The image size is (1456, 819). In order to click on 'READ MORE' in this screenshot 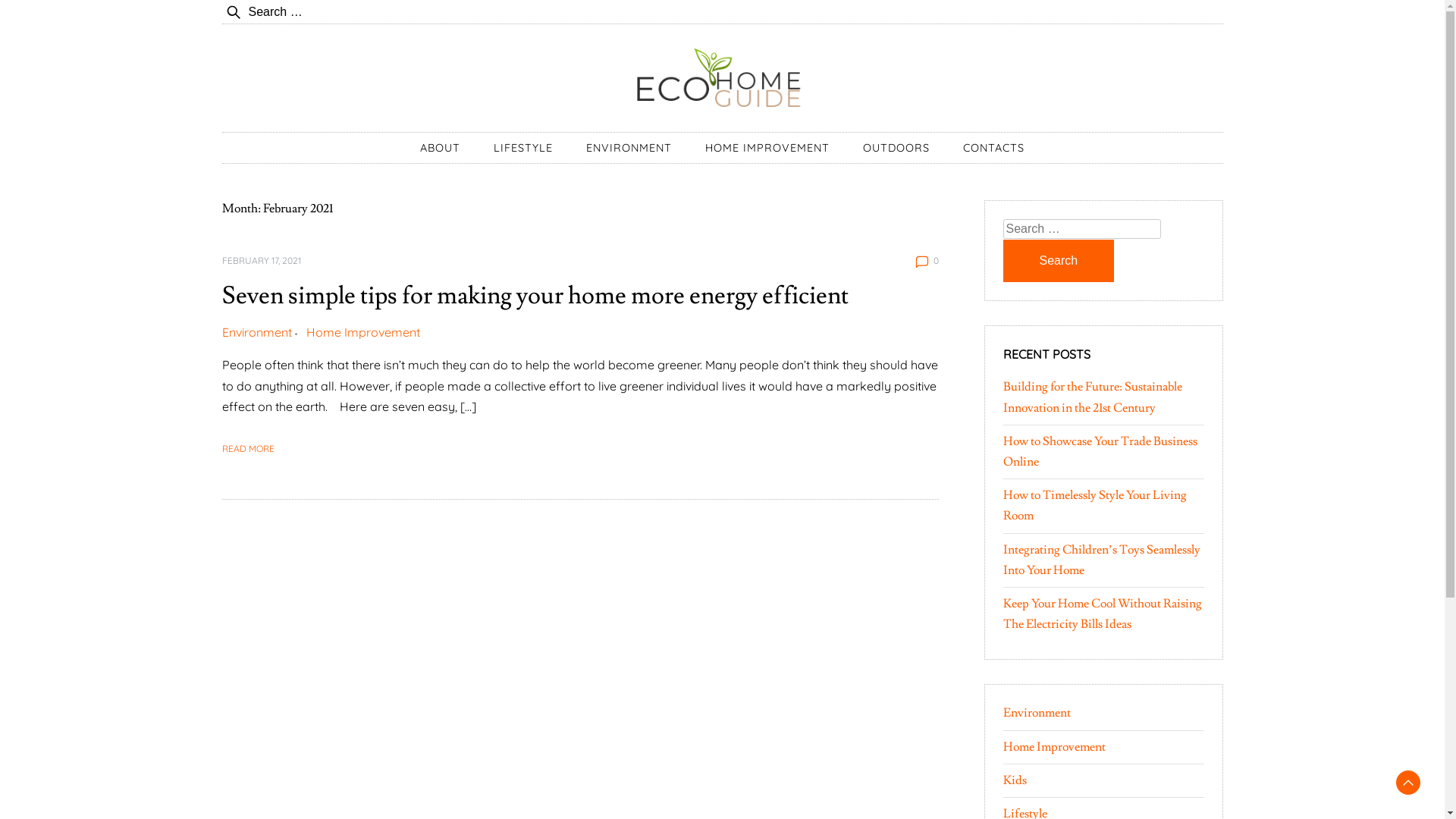, I will do `click(247, 447)`.